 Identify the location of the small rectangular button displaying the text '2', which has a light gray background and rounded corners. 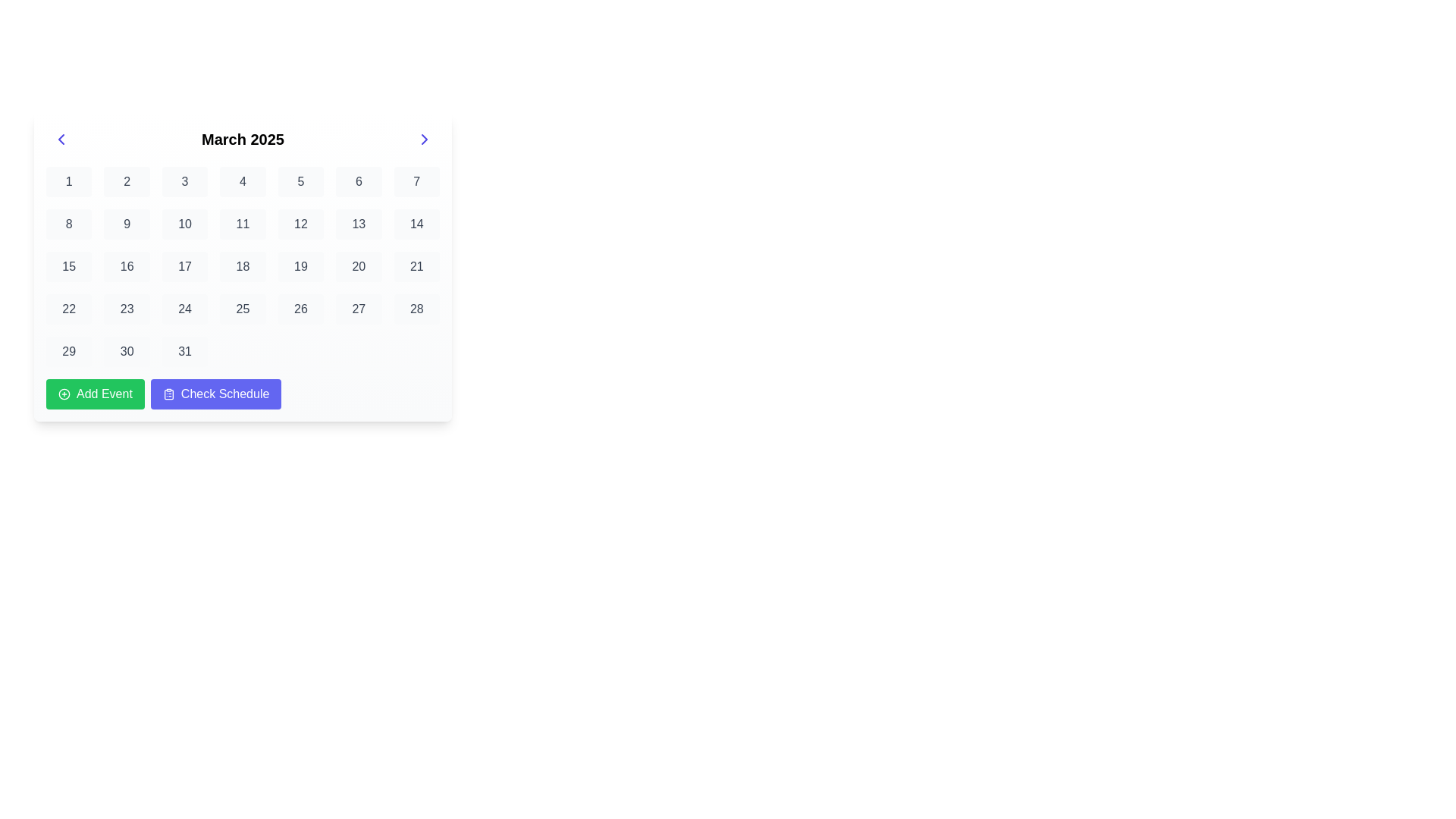
(127, 180).